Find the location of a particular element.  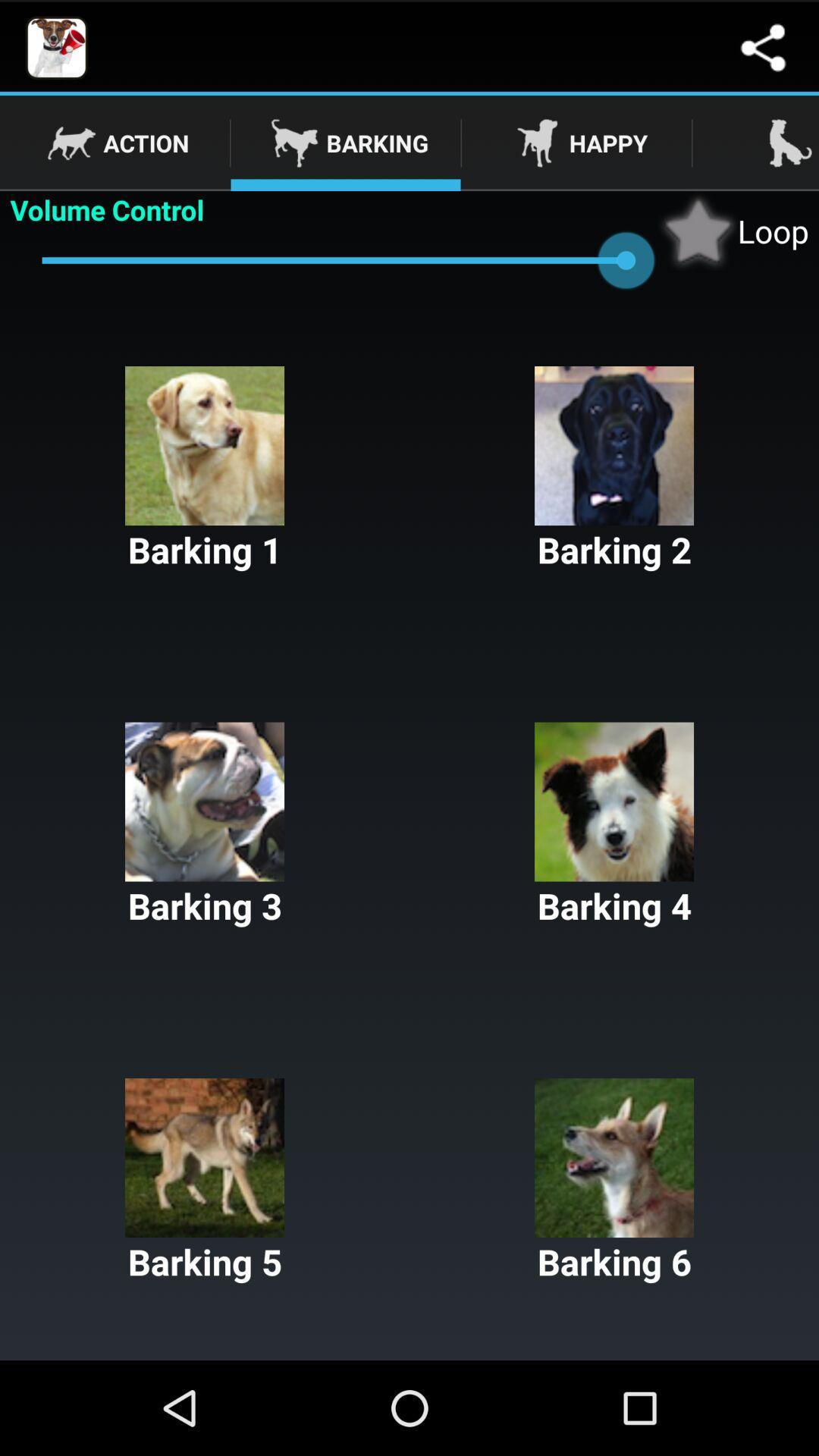

the icon next to barking 6 button is located at coordinates (205, 1181).